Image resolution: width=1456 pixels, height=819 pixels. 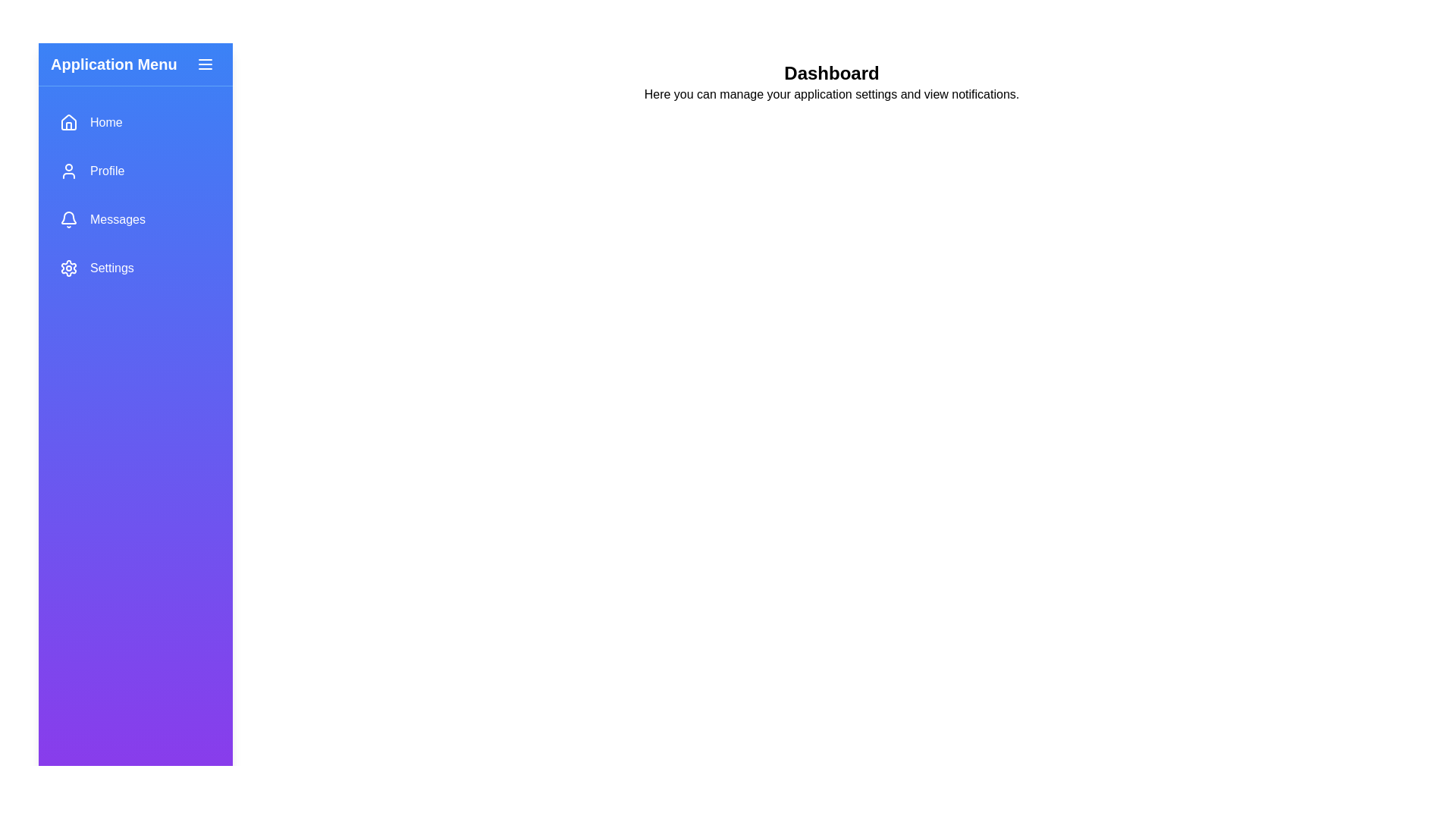 What do you see at coordinates (105, 122) in the screenshot?
I see `the 'Home' text label in the vertical navigation menu, which is styled with white text on a light blue background and positioned to the right of a house icon` at bounding box center [105, 122].